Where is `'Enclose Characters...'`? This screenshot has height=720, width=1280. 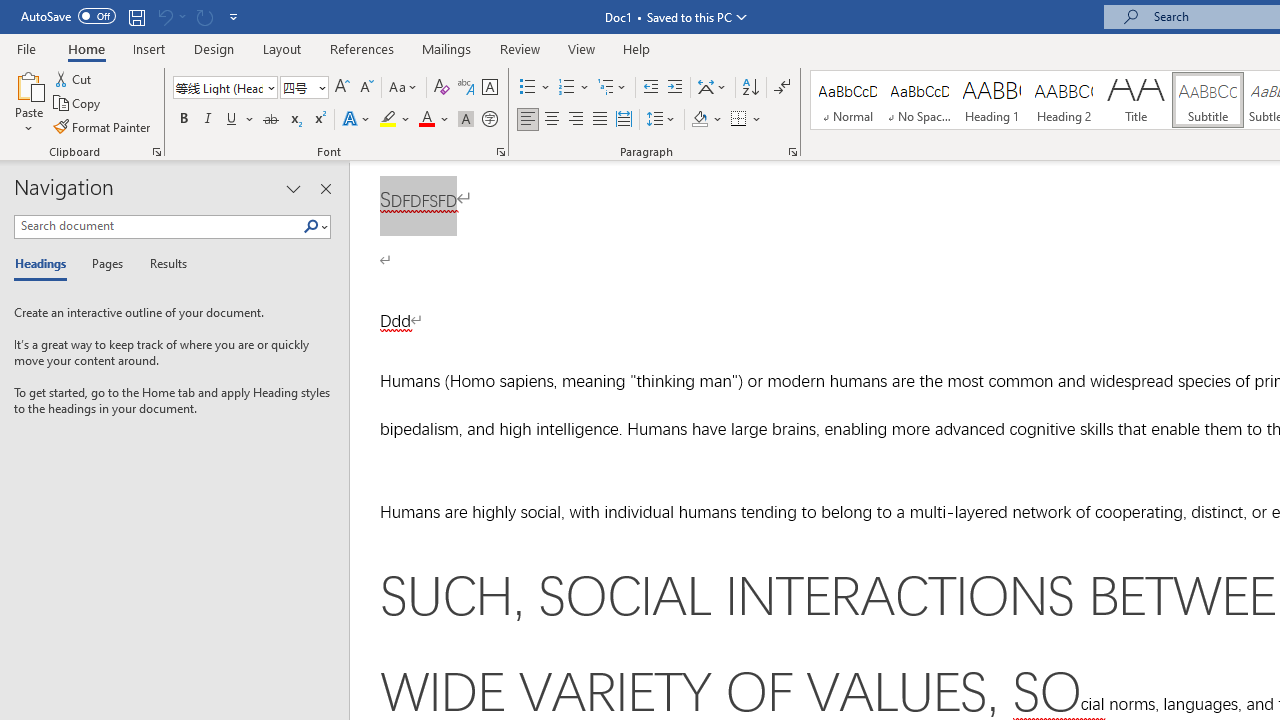 'Enclose Characters...' is located at coordinates (489, 119).